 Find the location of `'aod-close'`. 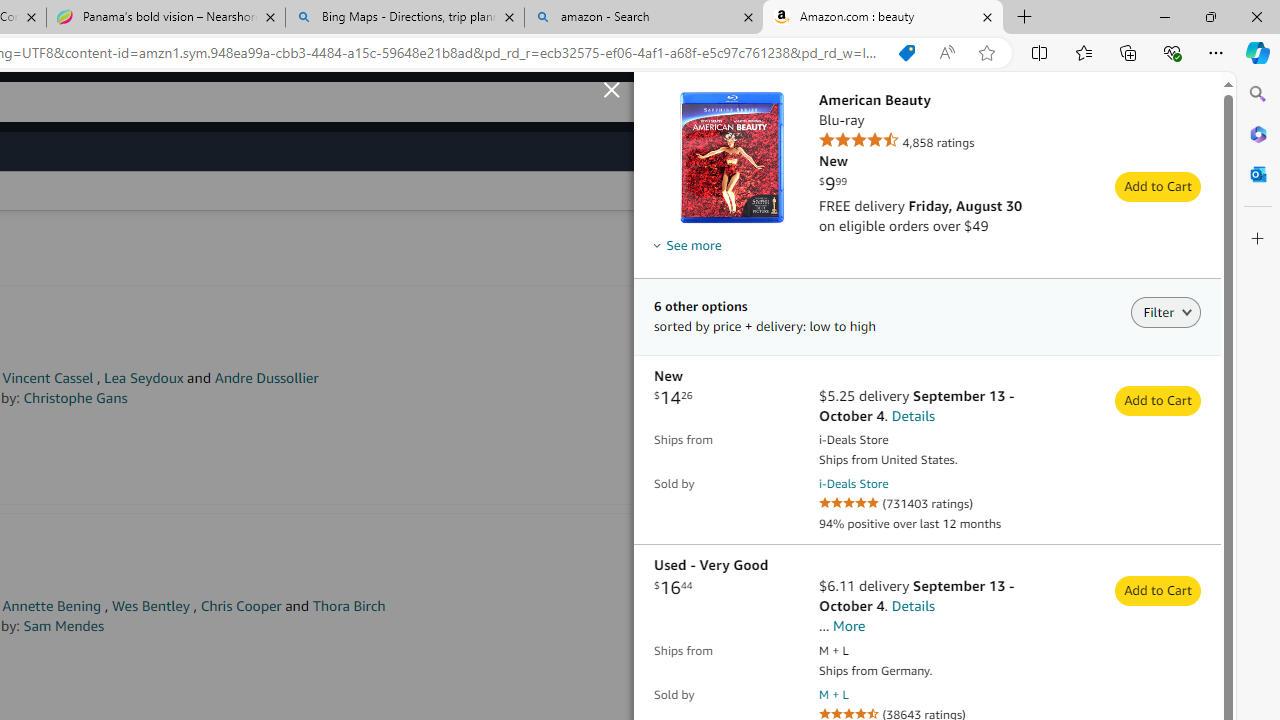

'aod-close' is located at coordinates (613, 86).